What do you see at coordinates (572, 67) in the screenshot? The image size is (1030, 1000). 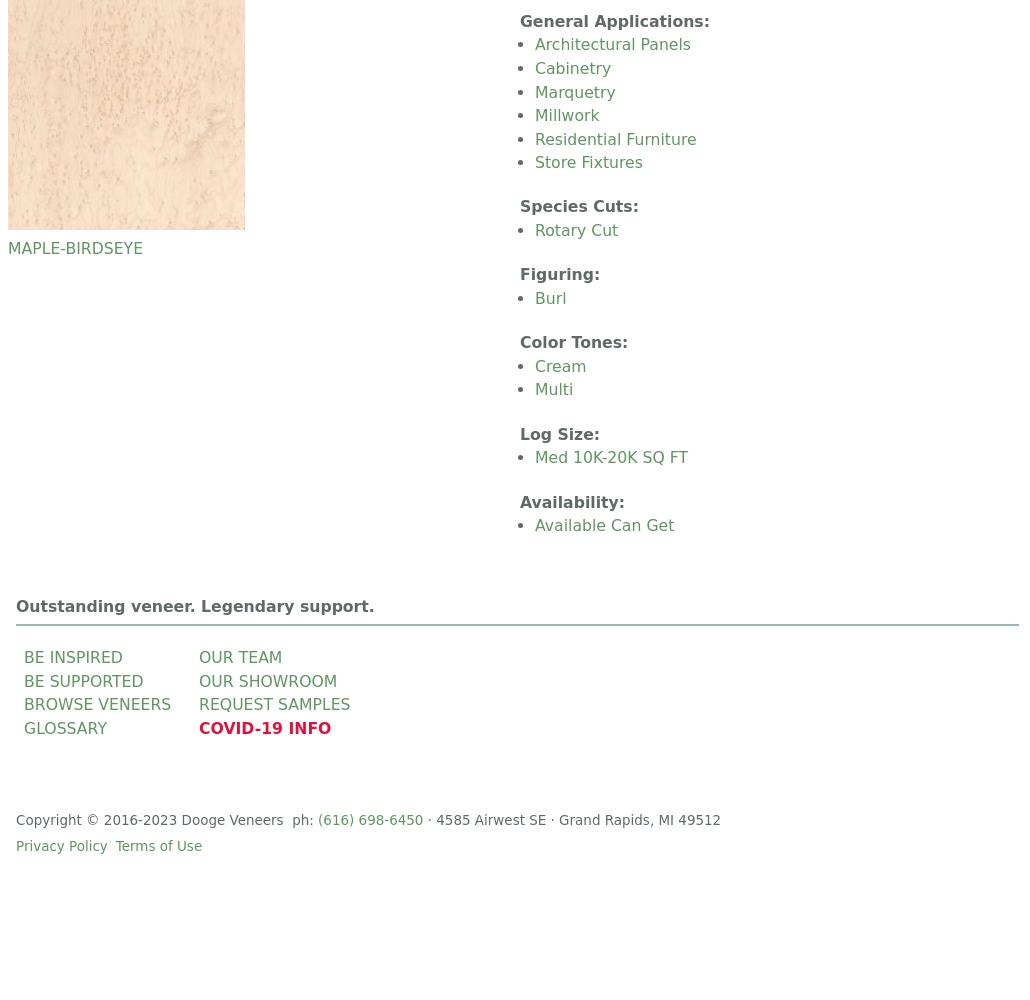 I see `'Cabinetry'` at bounding box center [572, 67].